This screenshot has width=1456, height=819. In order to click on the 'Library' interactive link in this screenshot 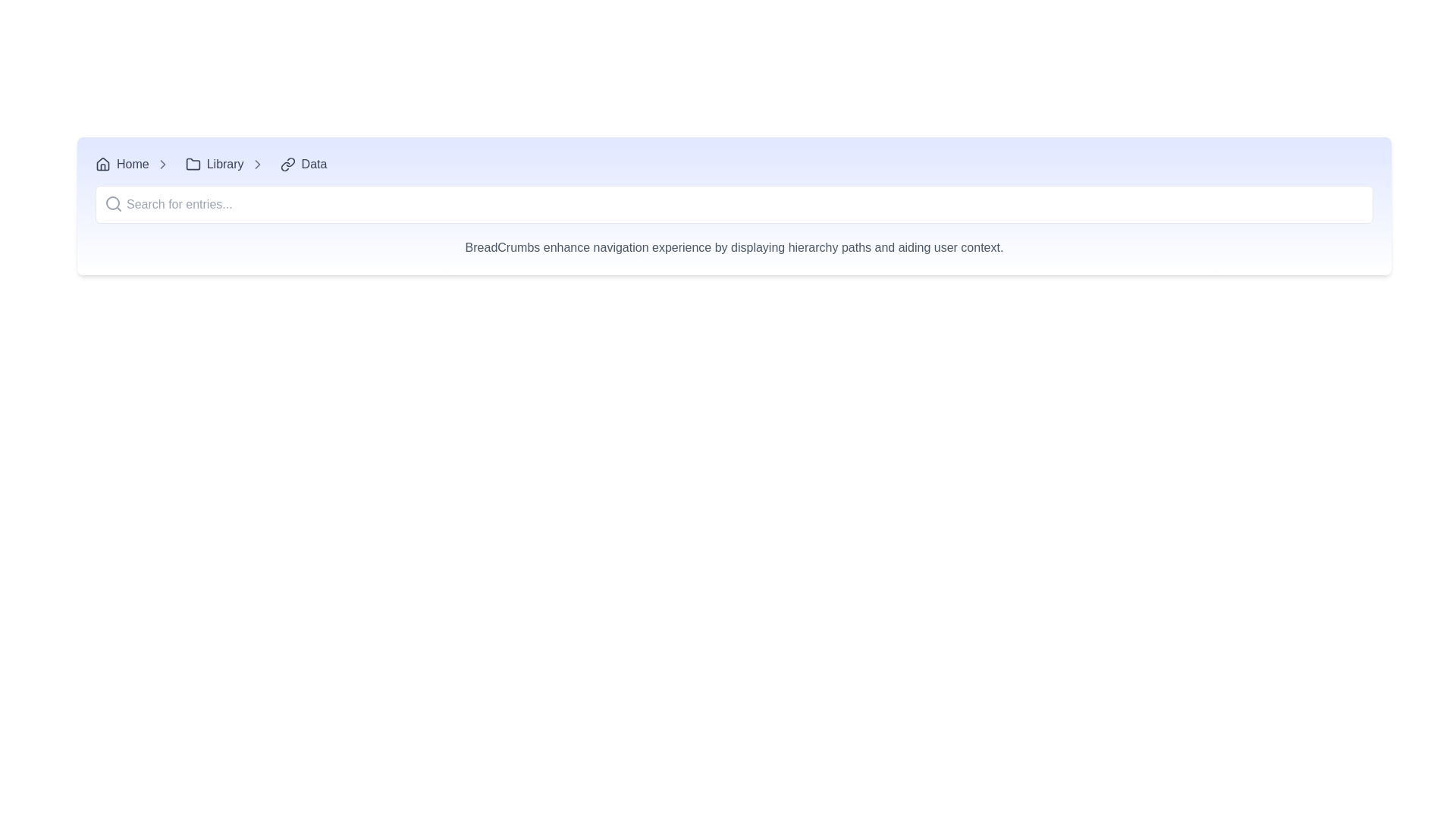, I will do `click(214, 164)`.